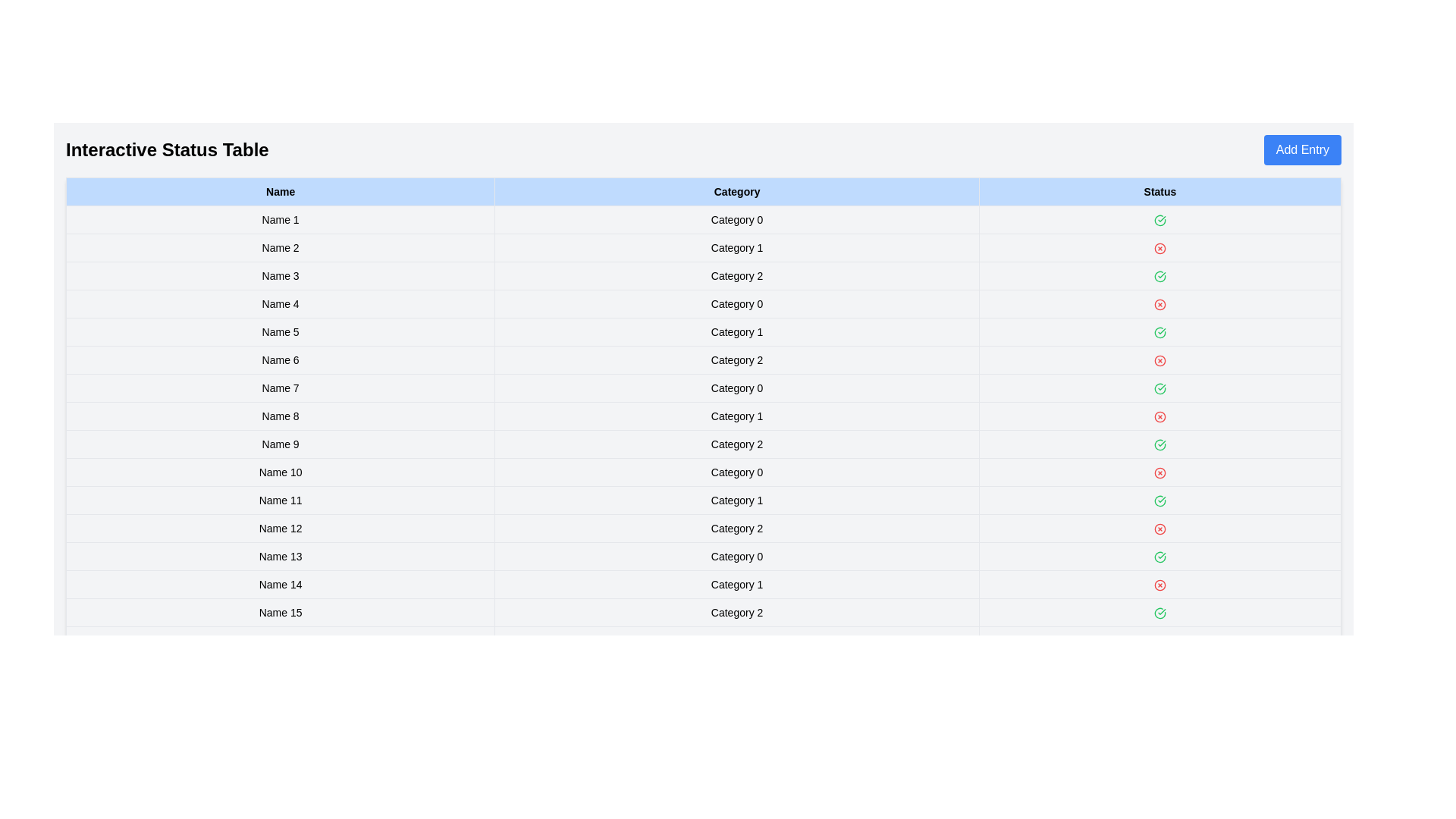 The image size is (1456, 819). Describe the element at coordinates (1159, 191) in the screenshot. I see `the column header to sort the table by Status` at that location.